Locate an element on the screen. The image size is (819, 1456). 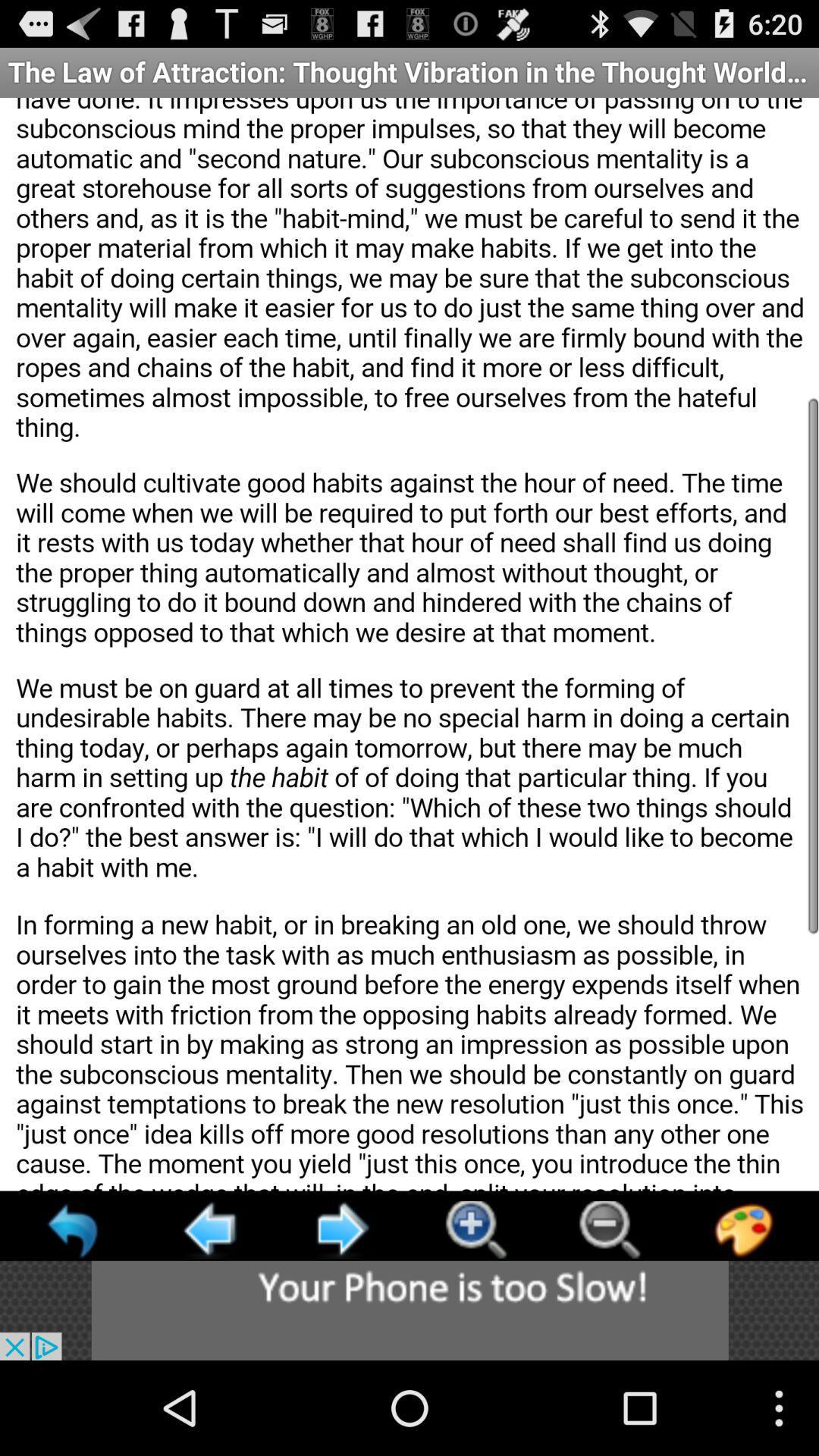
go back is located at coordinates (74, 1229).